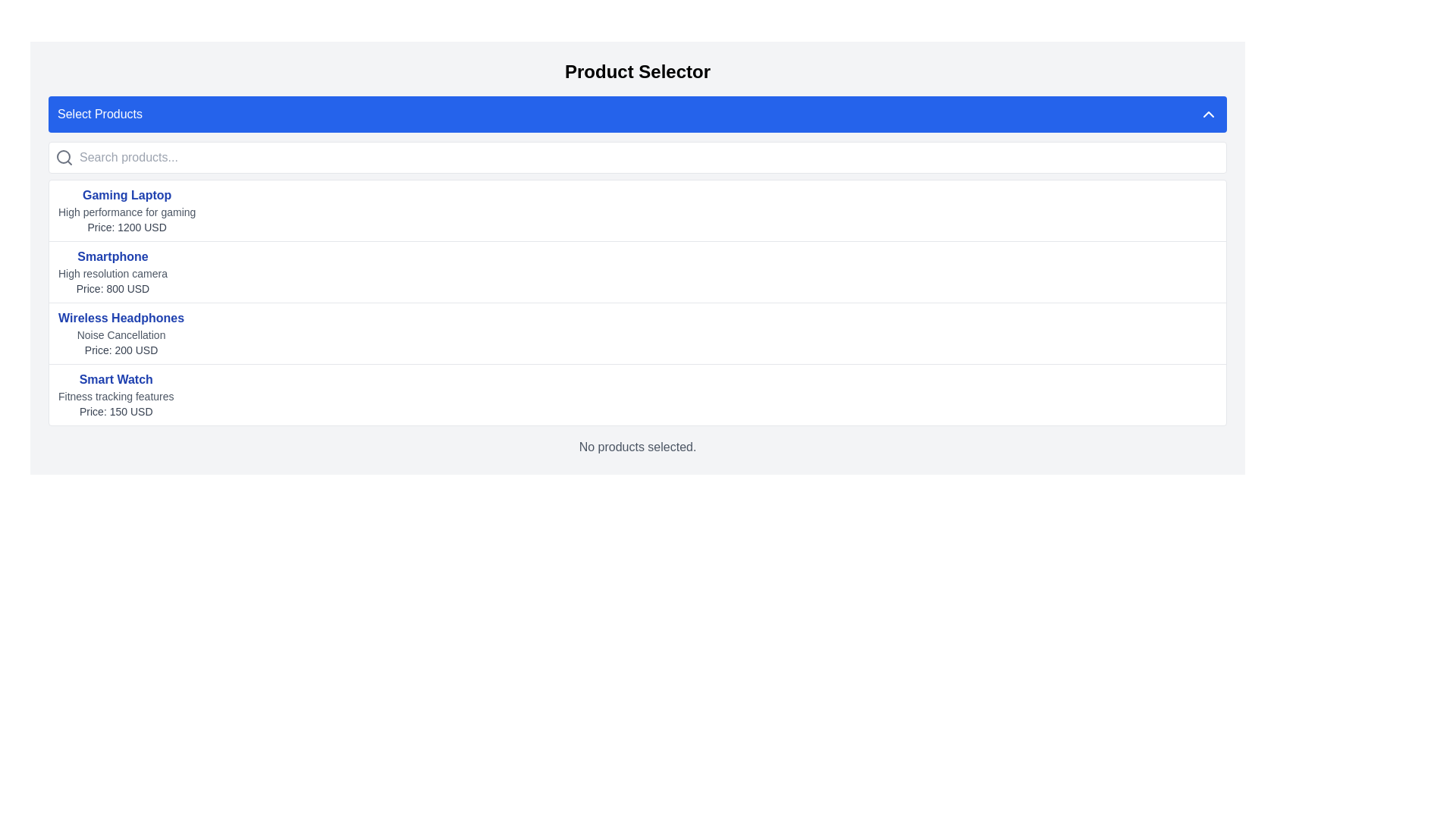 Image resolution: width=1456 pixels, height=819 pixels. What do you see at coordinates (637, 271) in the screenshot?
I see `the second List Item in the product selection interface` at bounding box center [637, 271].